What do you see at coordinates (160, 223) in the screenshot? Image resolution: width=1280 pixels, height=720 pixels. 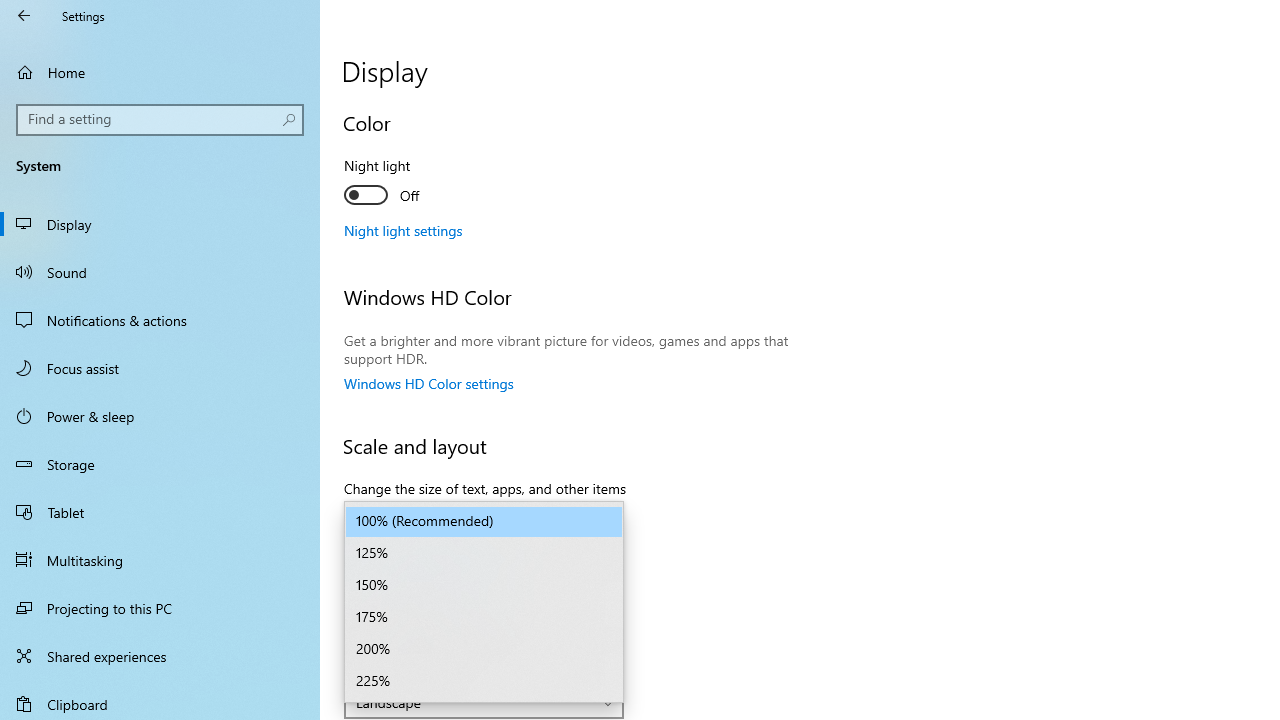 I see `'Display'` at bounding box center [160, 223].